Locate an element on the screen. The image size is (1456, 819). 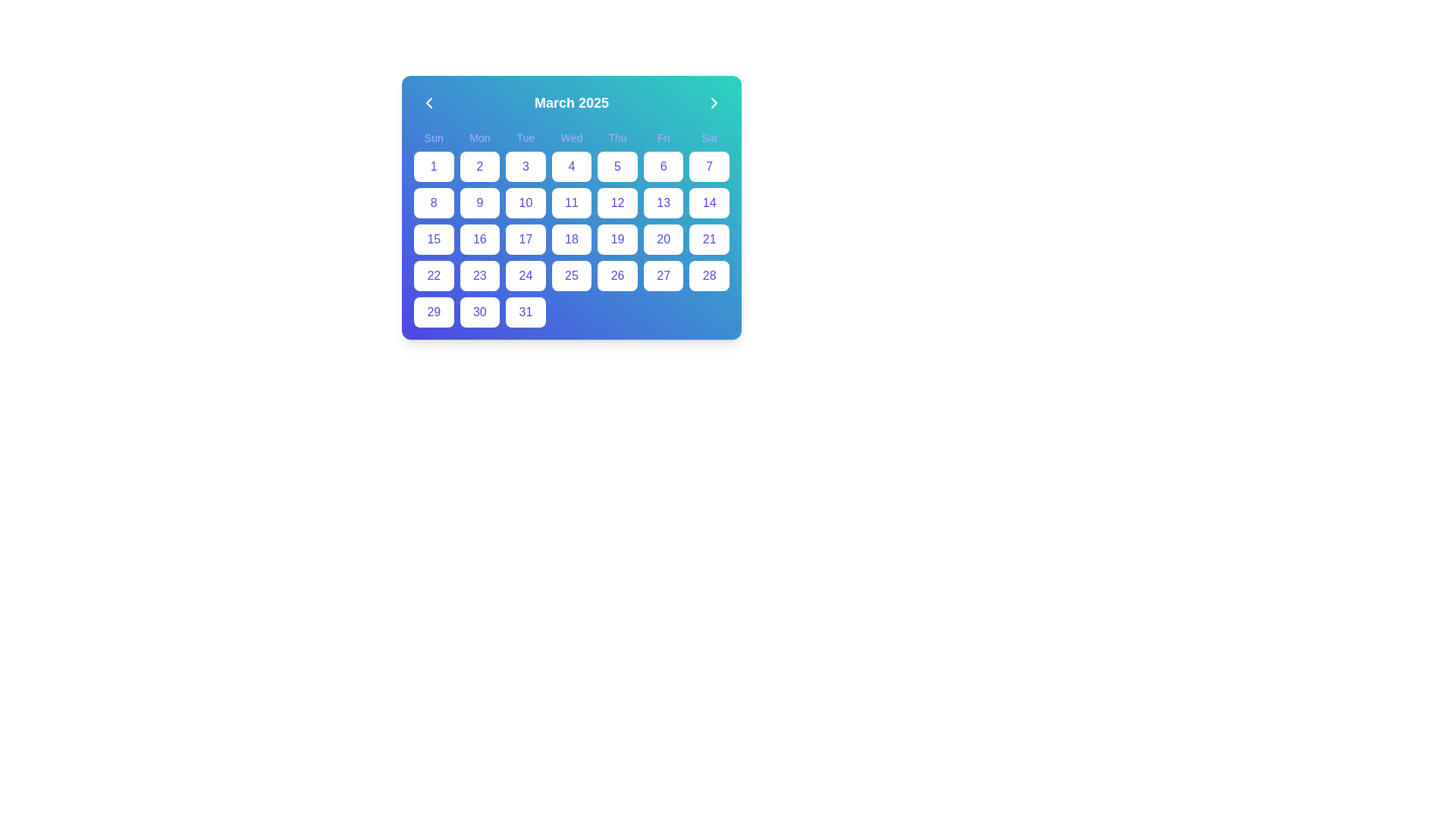
the static text label indicating 'Tuesday' in the calendar interface, which is the third label in the row of days of the week is located at coordinates (526, 137).